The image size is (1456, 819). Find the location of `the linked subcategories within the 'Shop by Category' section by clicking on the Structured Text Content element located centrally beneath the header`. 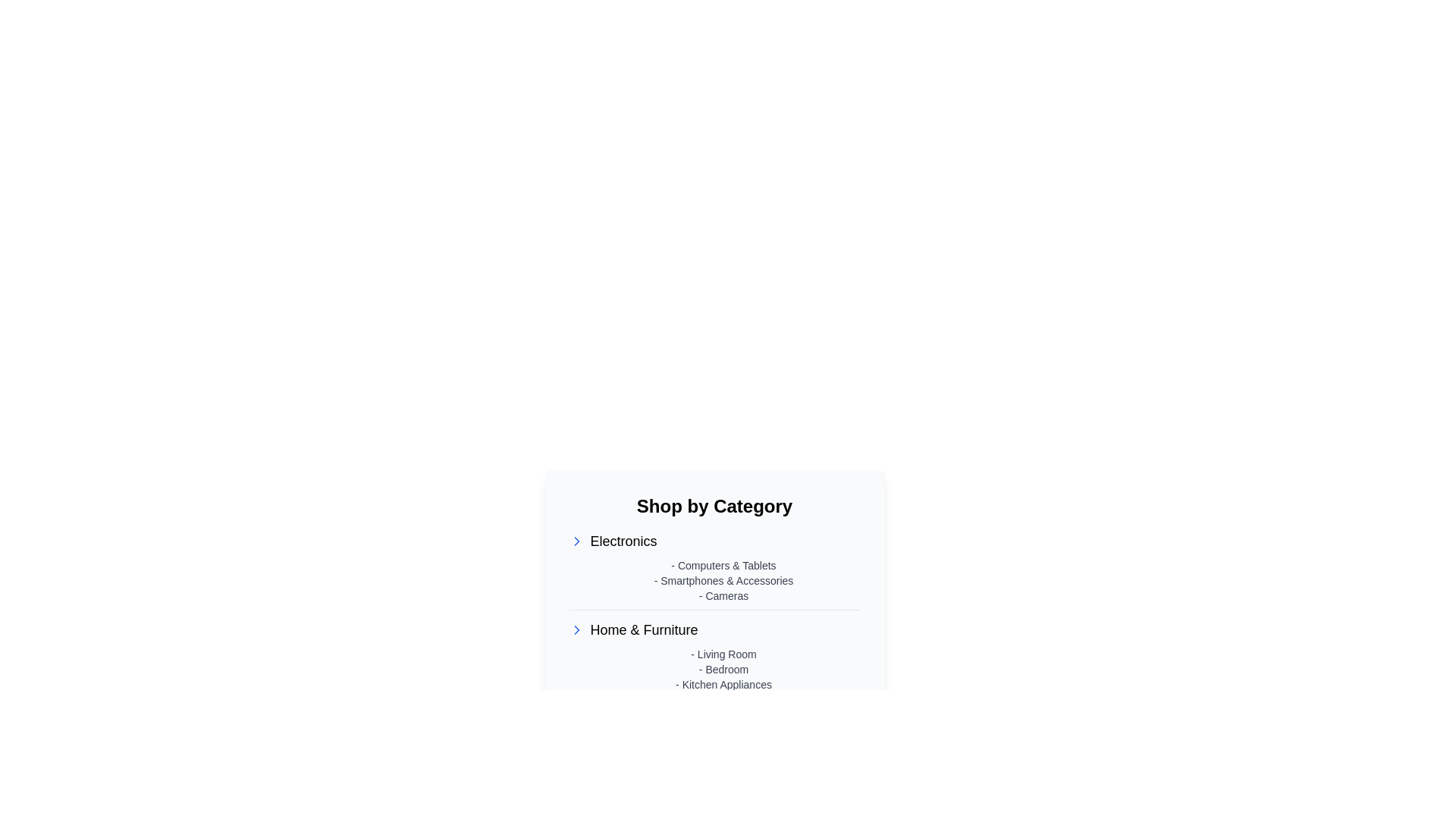

the linked subcategories within the 'Shop by Category' section by clicking on the Structured Text Content element located centrally beneath the header is located at coordinates (714, 658).